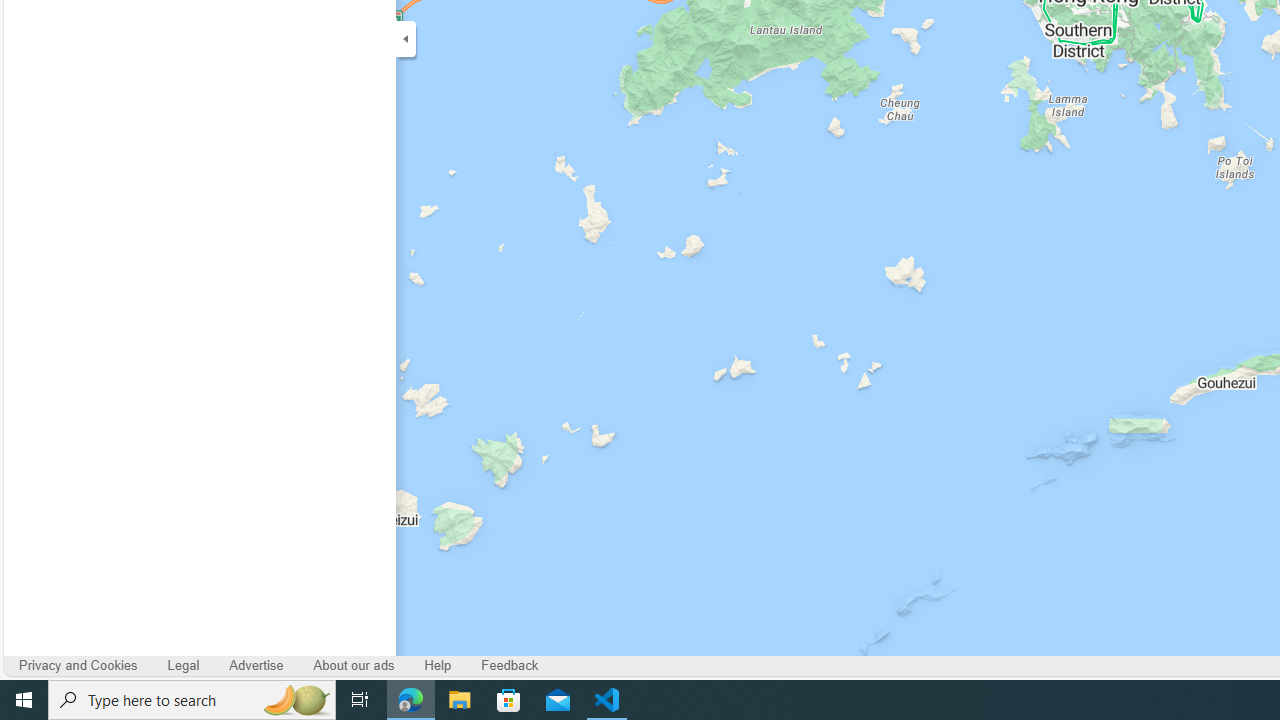  I want to click on 'Feedback', so click(510, 665).